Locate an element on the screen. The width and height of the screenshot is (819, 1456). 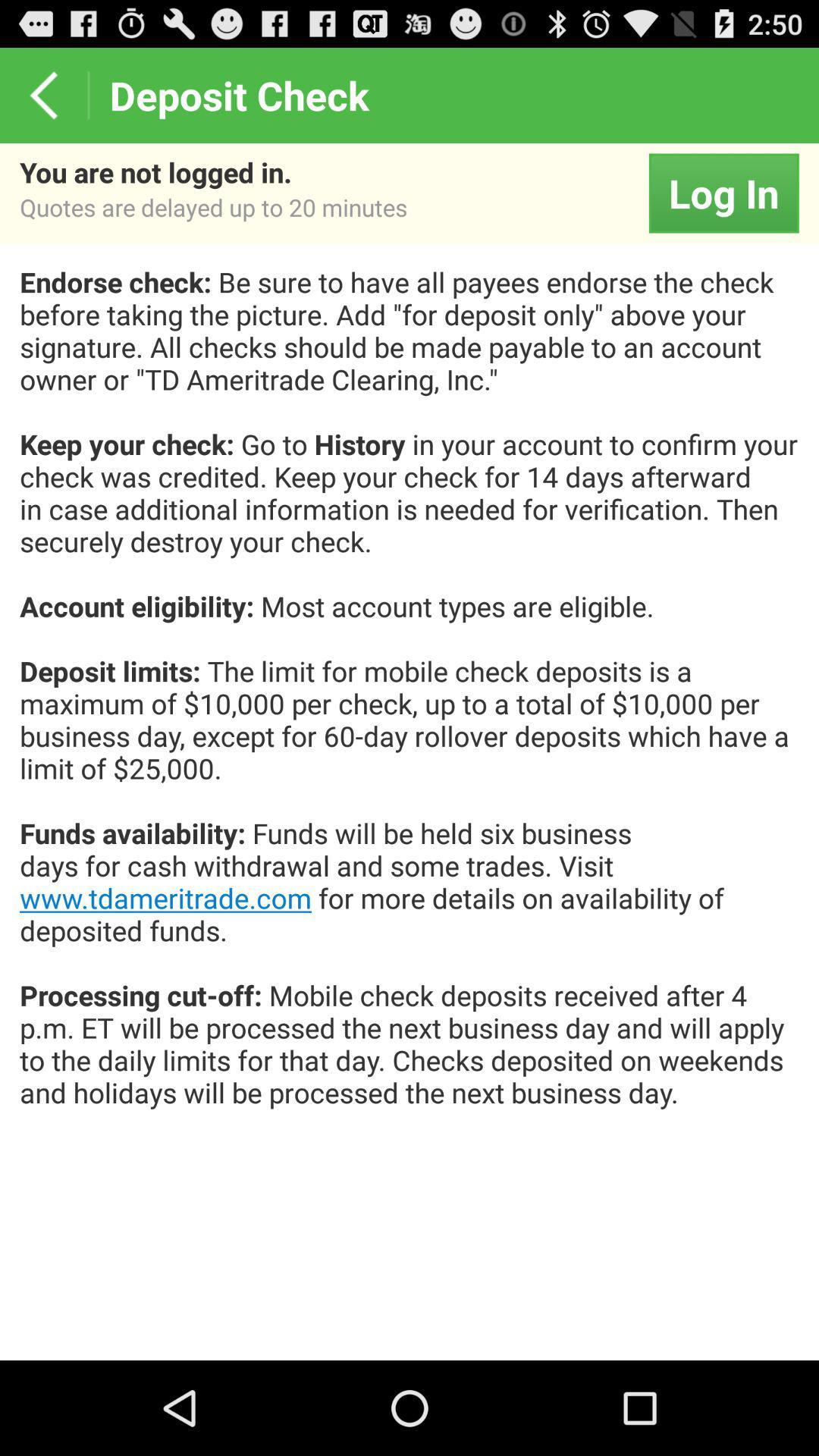
log in item is located at coordinates (723, 192).